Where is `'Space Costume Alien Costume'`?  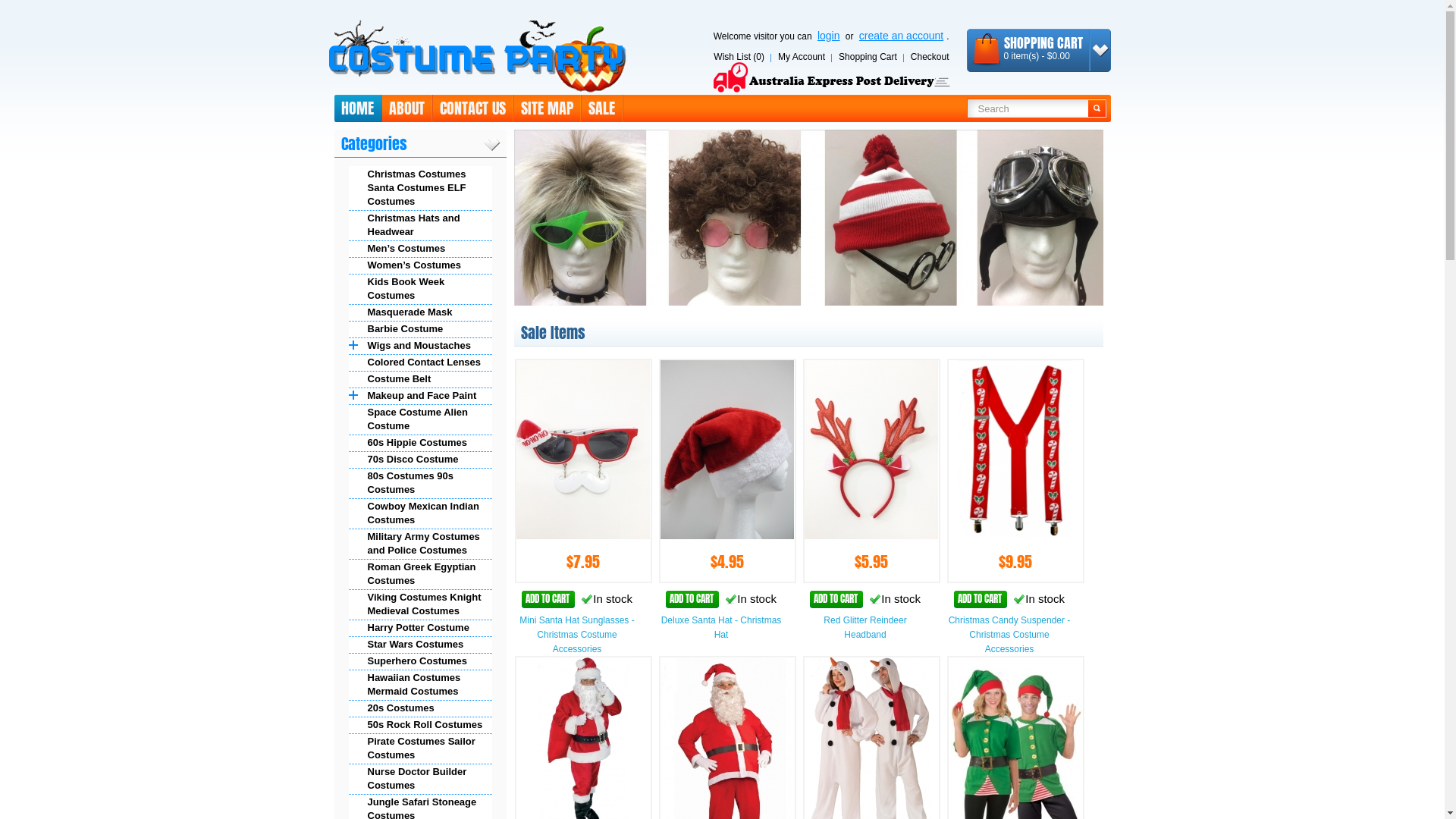
'Space Costume Alien Costume' is located at coordinates (420, 419).